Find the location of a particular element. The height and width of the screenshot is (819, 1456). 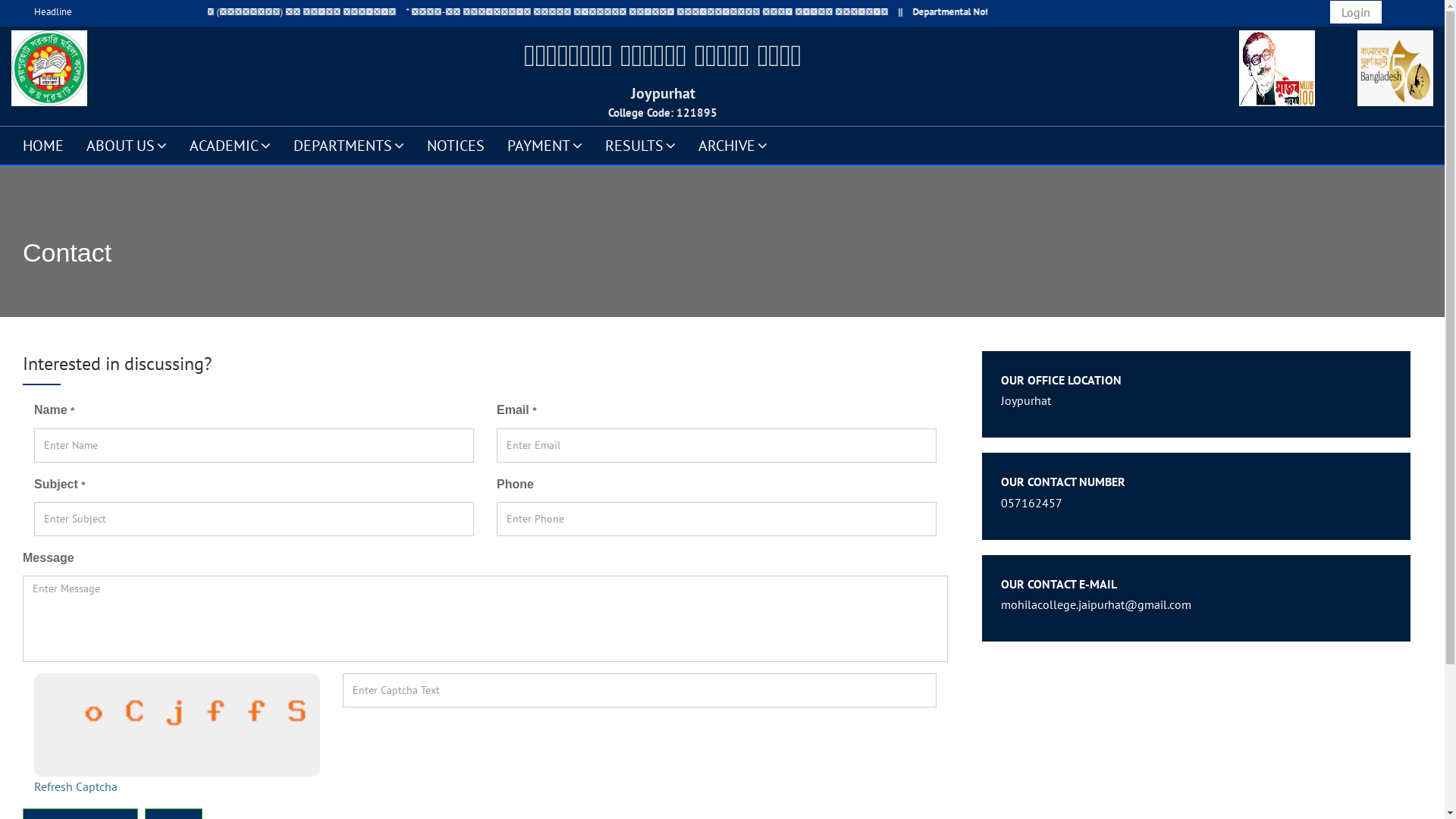

'HOME' is located at coordinates (43, 145).